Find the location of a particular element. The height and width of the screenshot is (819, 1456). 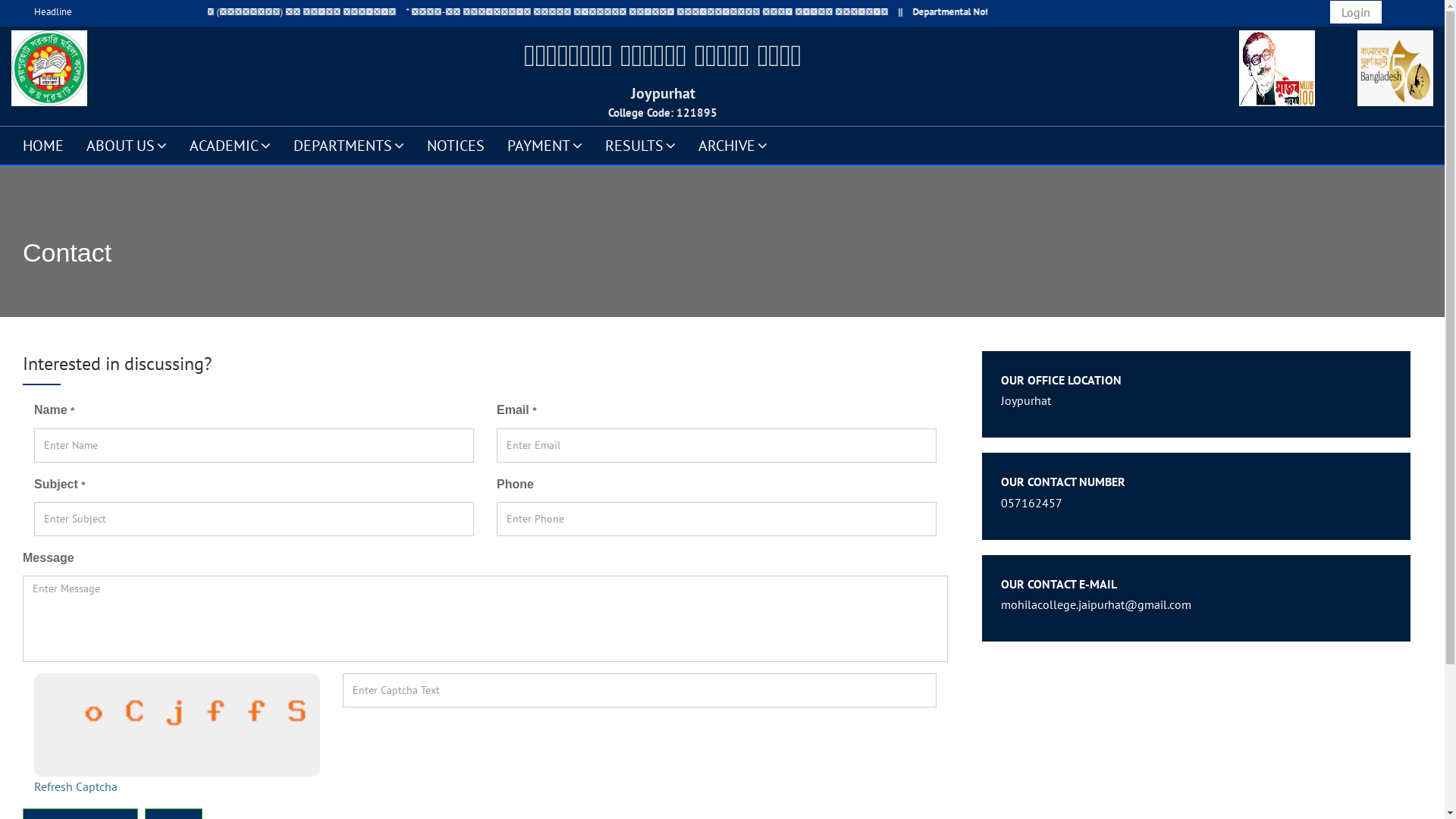

'HOME' is located at coordinates (43, 145).